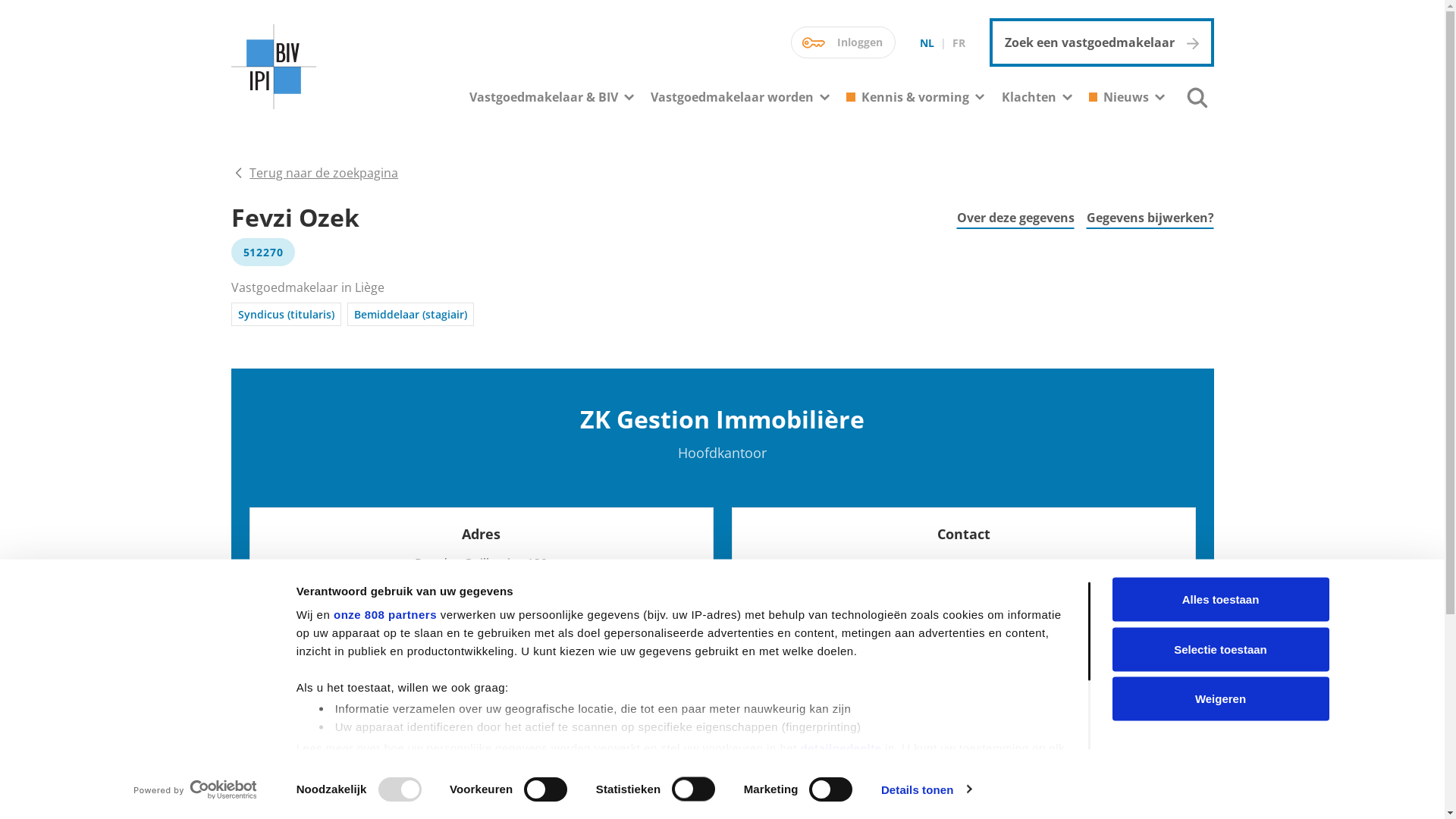 The height and width of the screenshot is (819, 1456). Describe the element at coordinates (1125, 96) in the screenshot. I see `'Nieuws'` at that location.